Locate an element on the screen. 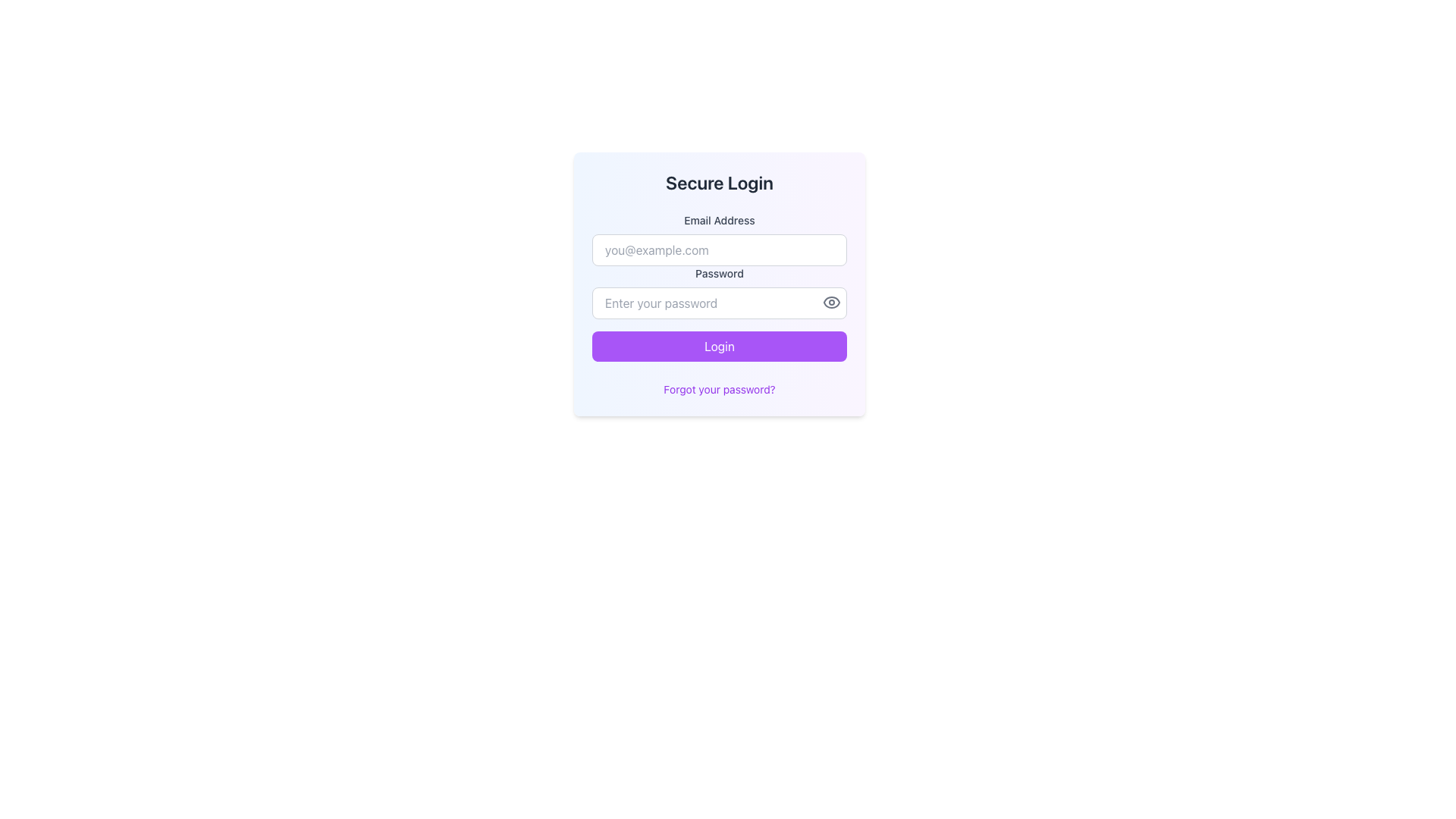 This screenshot has width=1456, height=819. the toggle visibility button located at the top-right corner of the password input field is located at coordinates (831, 302).